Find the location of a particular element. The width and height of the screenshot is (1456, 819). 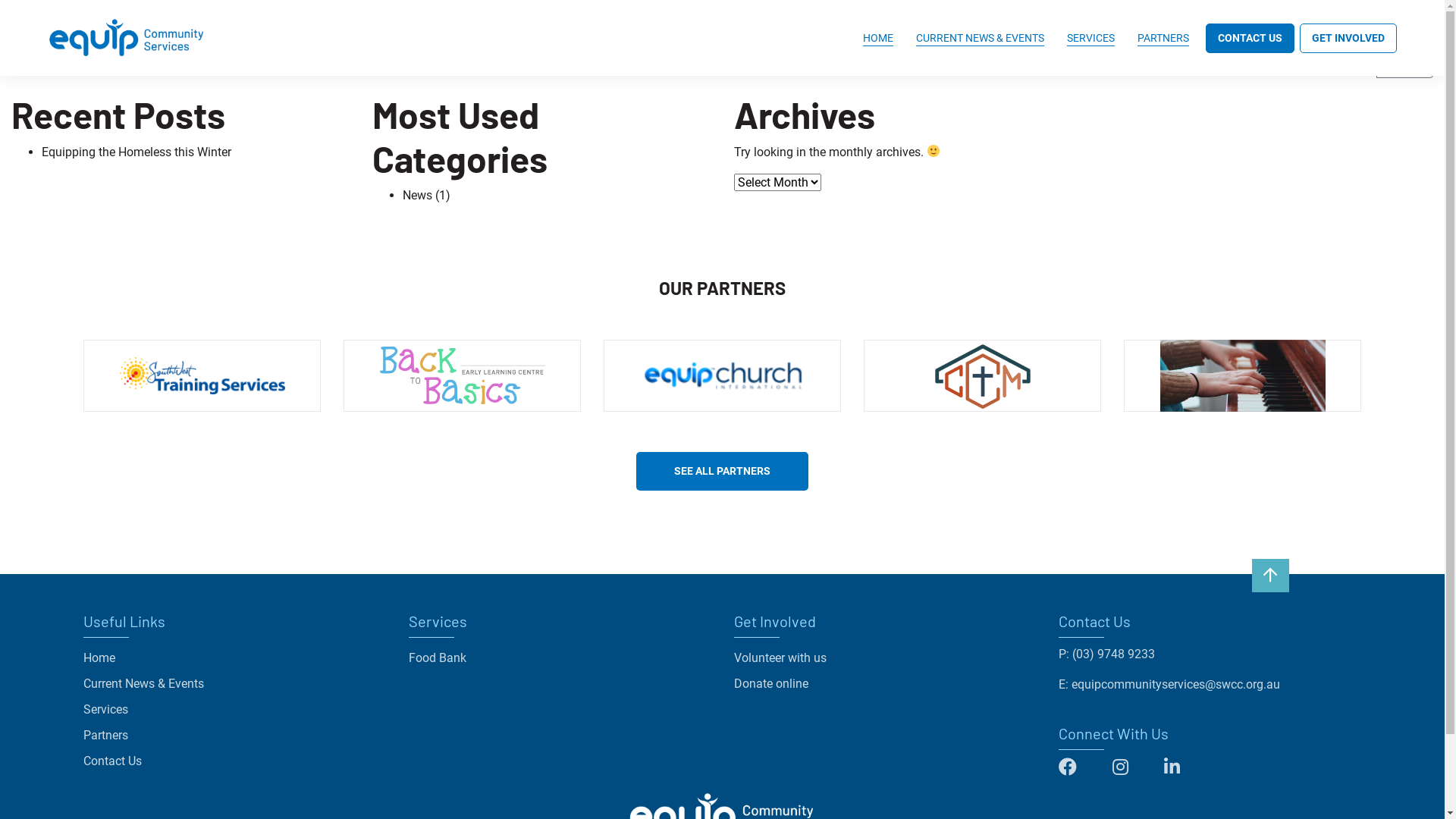

'Food Bank' is located at coordinates (436, 657).